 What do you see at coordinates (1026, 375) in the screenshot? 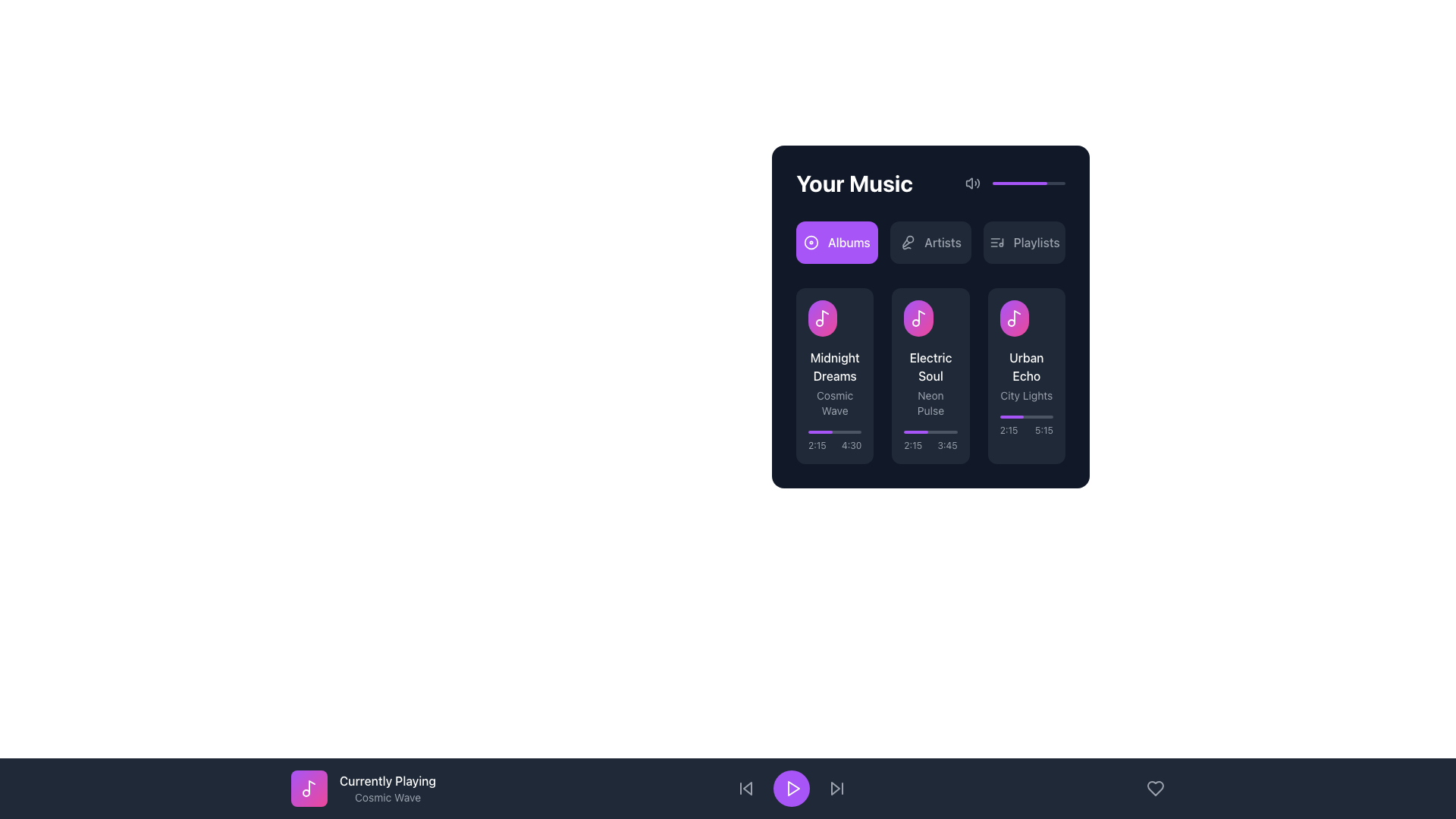
I see `the progress bar of the music card, which is the third card in the grid layout under the 'Albums' section in the 'Your Music' interface, to seek a specific time` at bounding box center [1026, 375].